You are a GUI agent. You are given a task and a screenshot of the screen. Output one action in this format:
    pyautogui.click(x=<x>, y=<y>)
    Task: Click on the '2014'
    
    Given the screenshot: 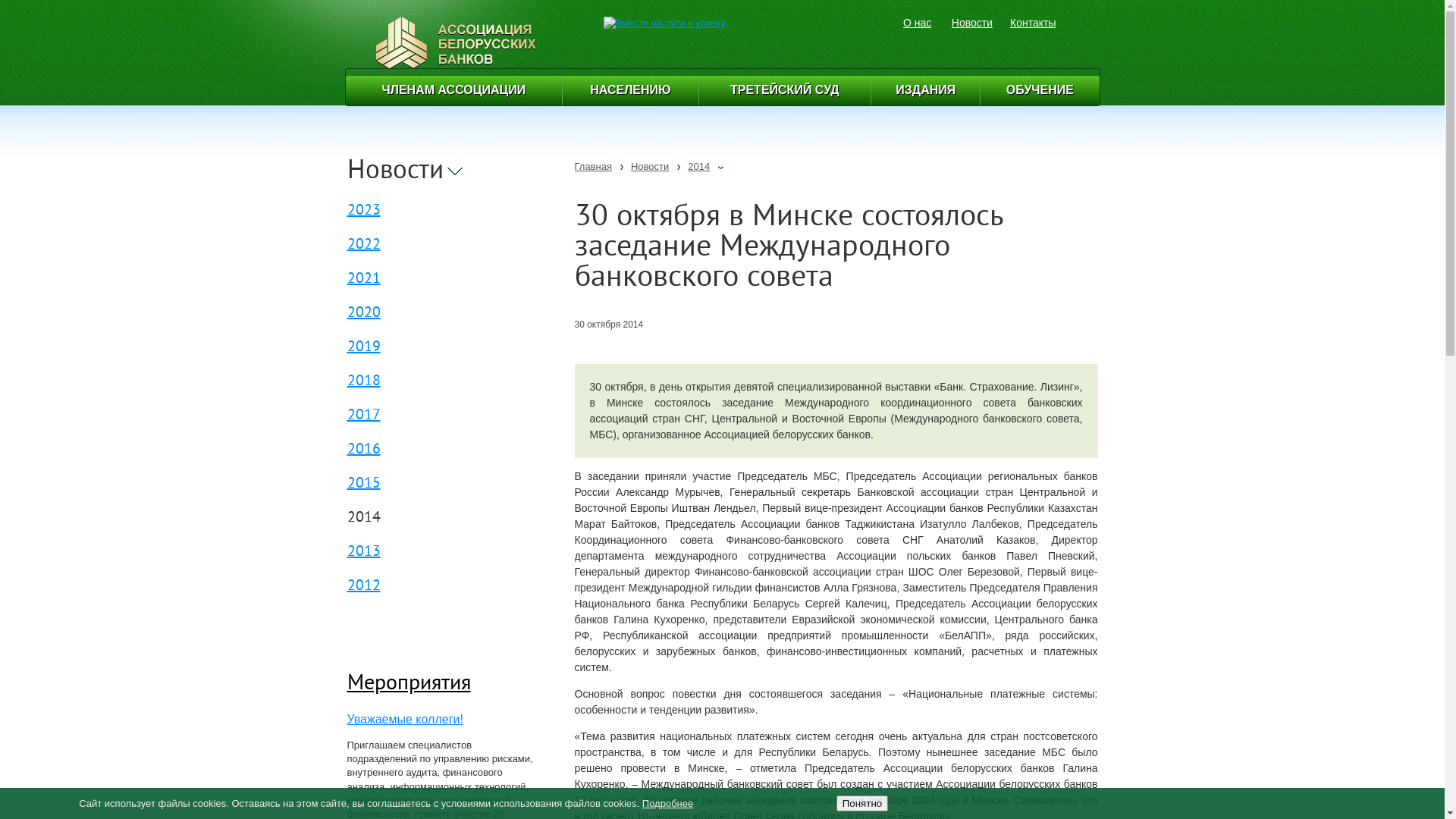 What is the action you would take?
    pyautogui.click(x=687, y=166)
    